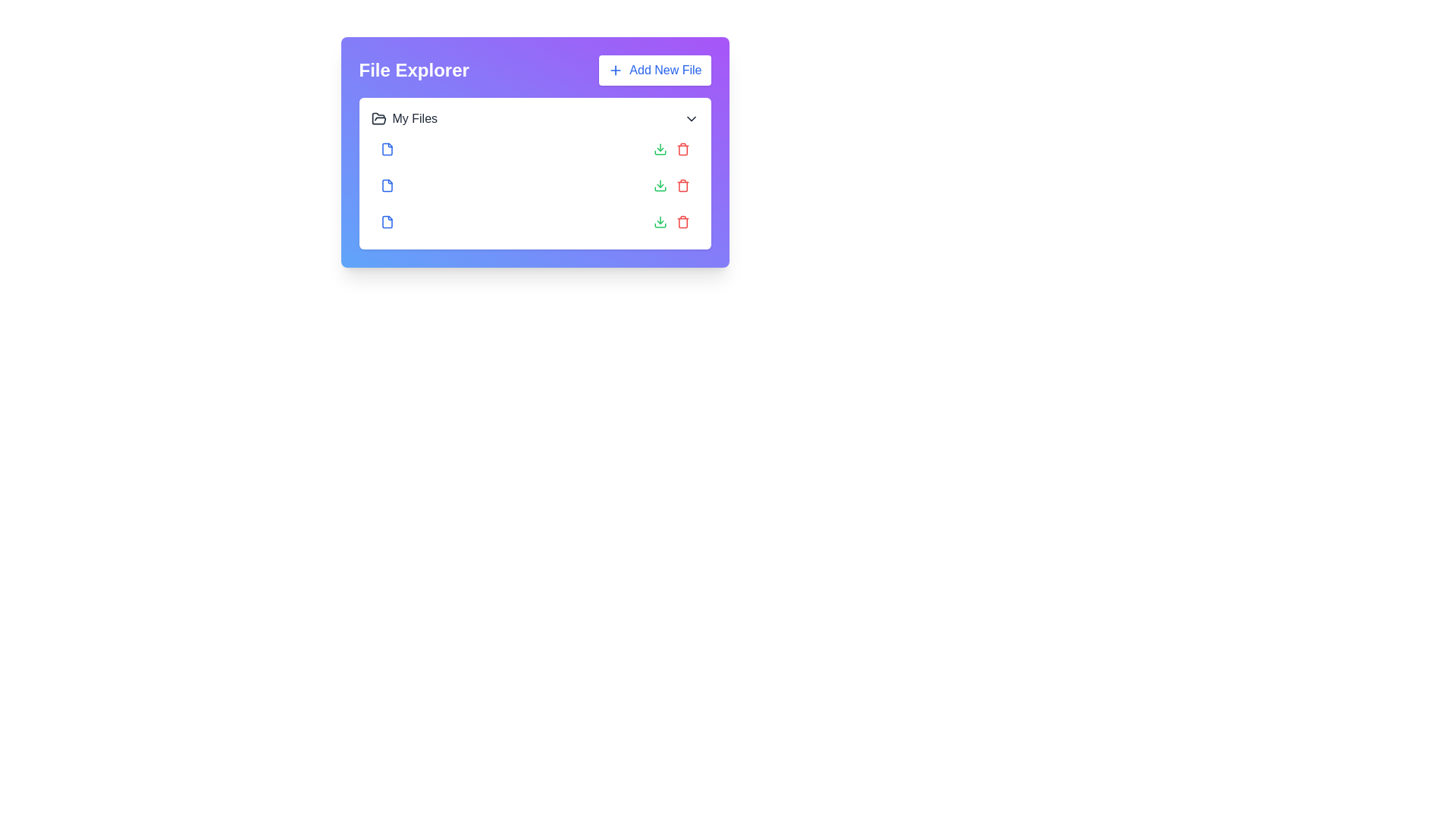 The image size is (1456, 819). I want to click on the downward-pointing chevron icon next to the 'My Files' header, so click(690, 118).